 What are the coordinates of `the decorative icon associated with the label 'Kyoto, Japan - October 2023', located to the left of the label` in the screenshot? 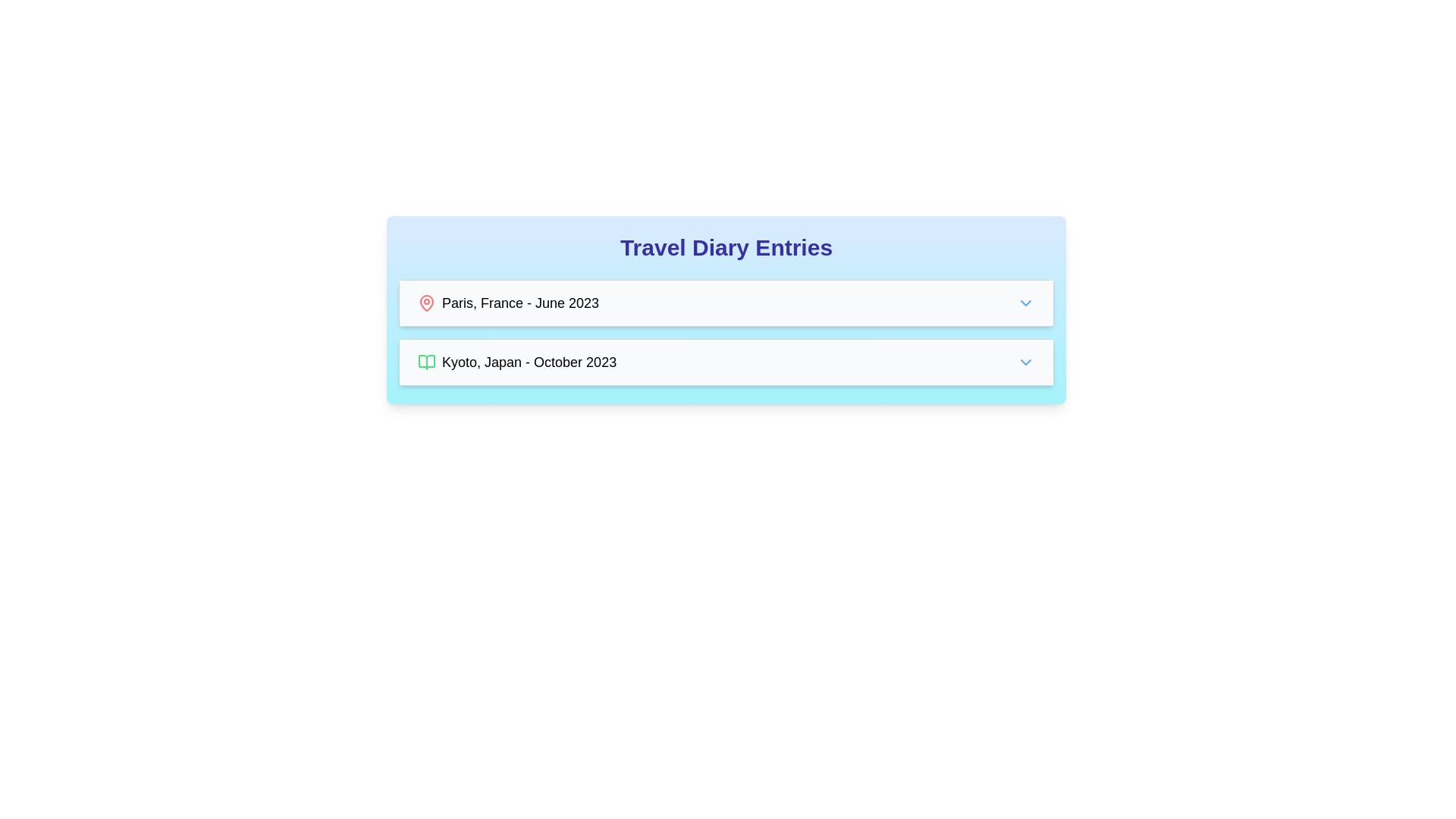 It's located at (425, 362).